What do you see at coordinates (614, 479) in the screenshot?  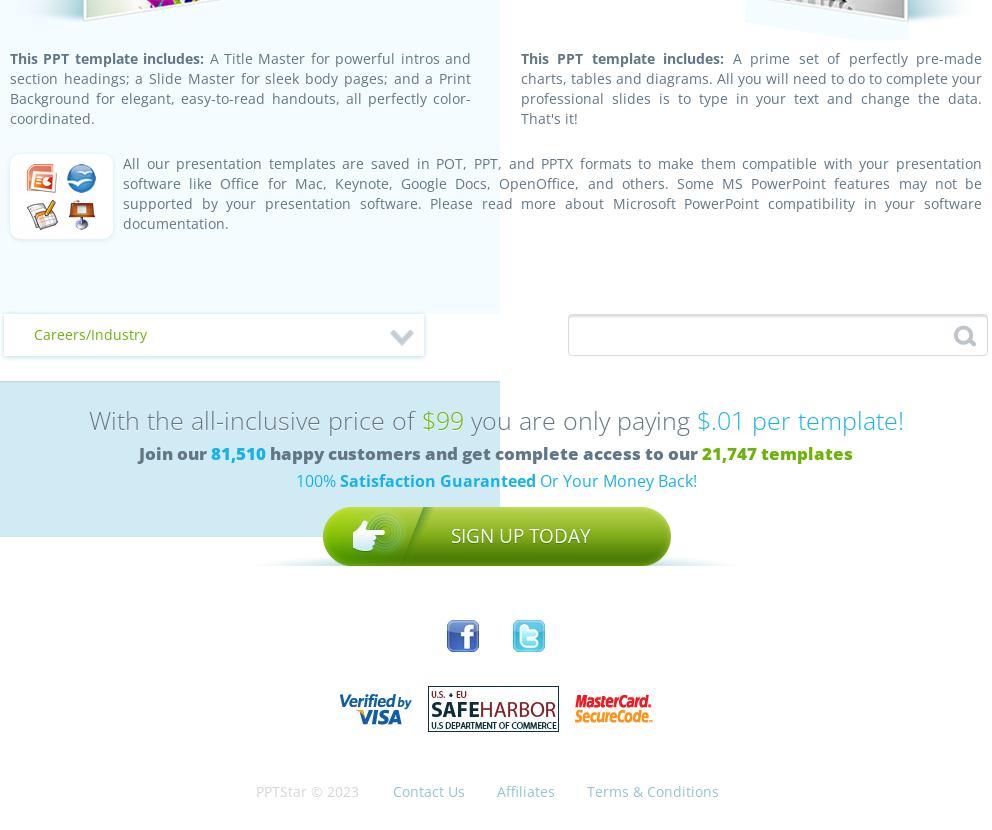 I see `'Or Your Money Back!'` at bounding box center [614, 479].